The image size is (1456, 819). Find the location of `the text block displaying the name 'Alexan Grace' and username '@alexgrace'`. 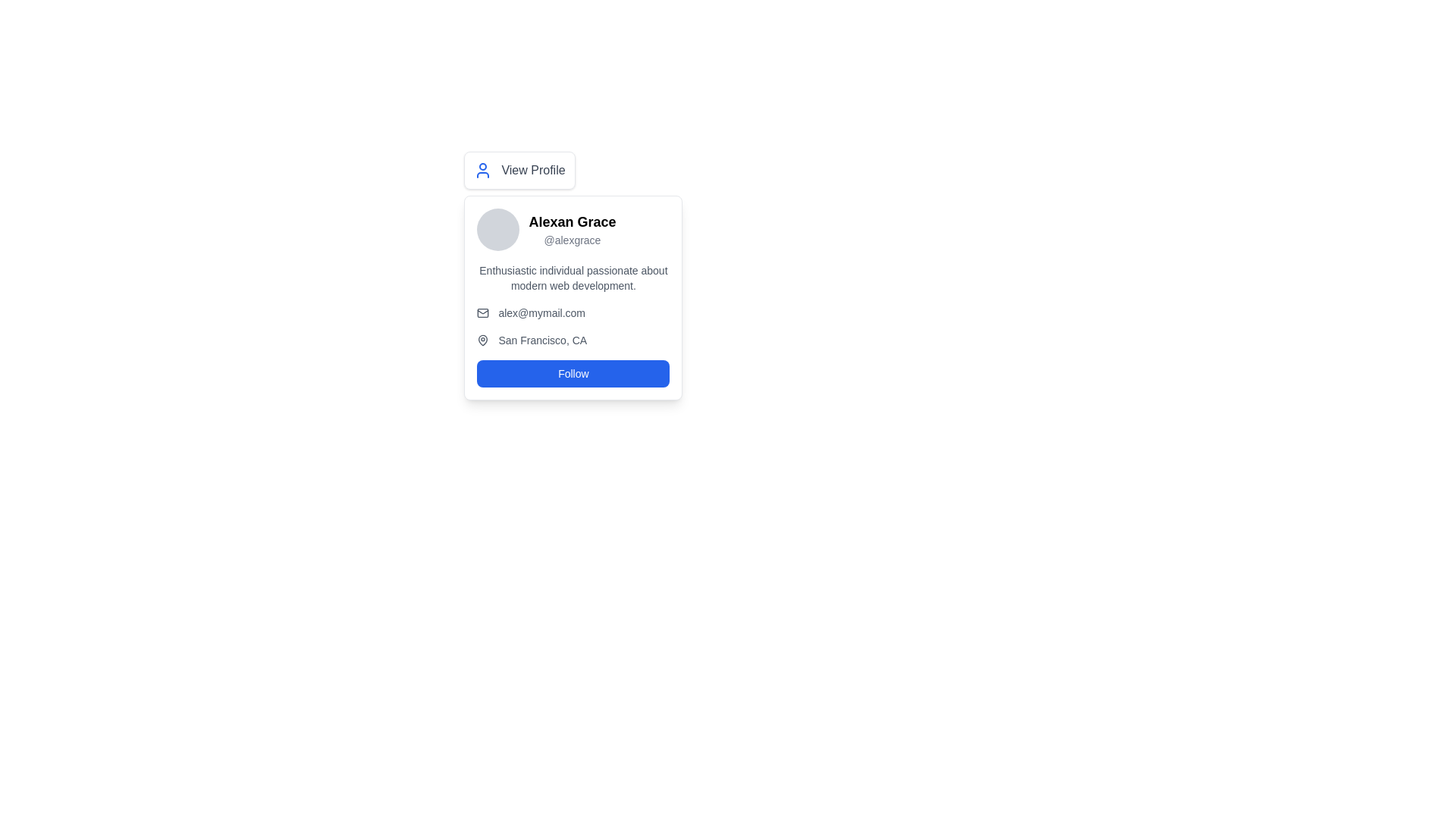

the text block displaying the name 'Alexan Grace' and username '@alexgrace' is located at coordinates (571, 230).